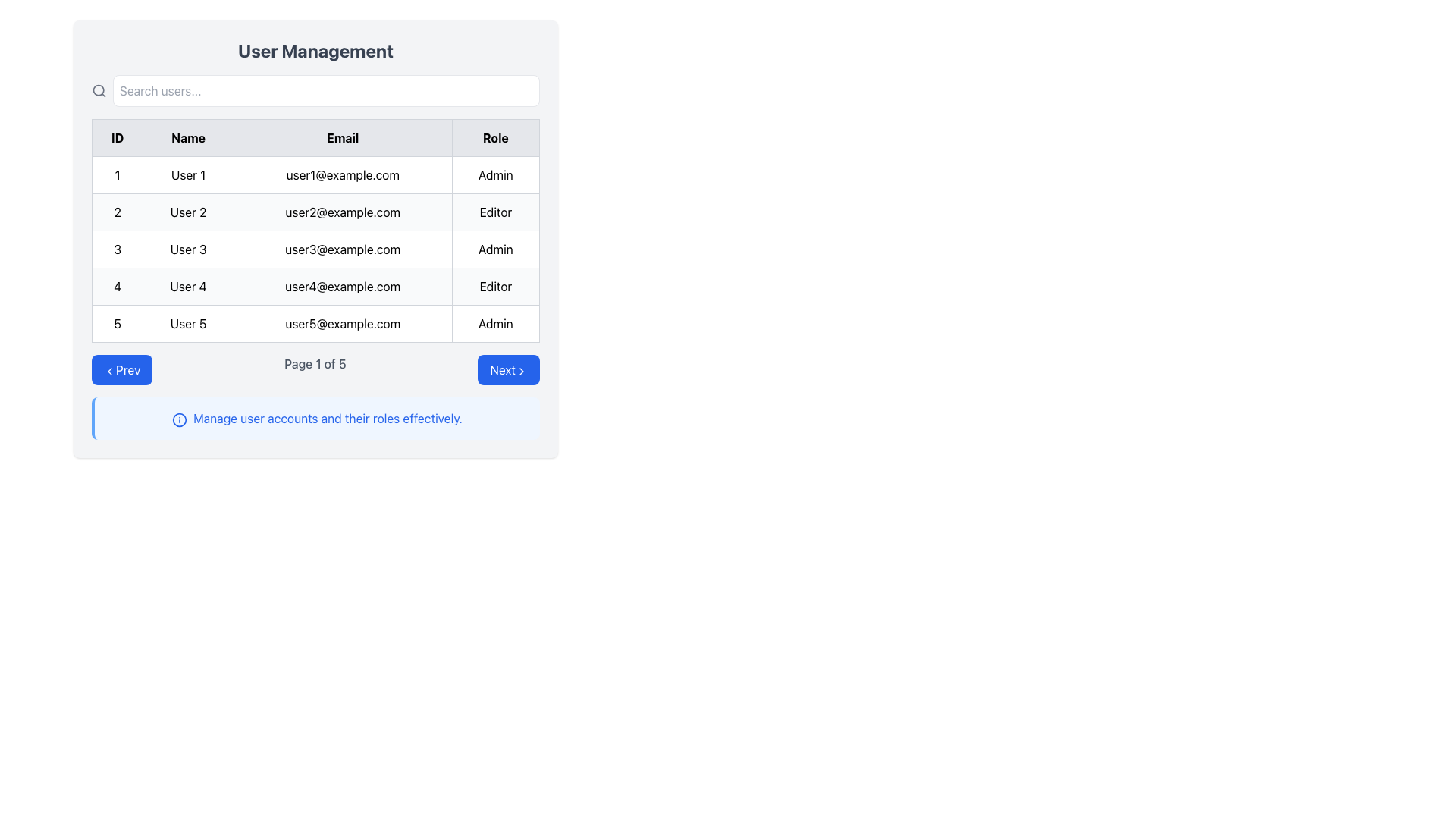 The width and height of the screenshot is (1456, 819). Describe the element at coordinates (342, 174) in the screenshot. I see `the non-interactive text display area showing the email address of 'User 1' in the table, located in the first row under the 'Email' column` at that location.